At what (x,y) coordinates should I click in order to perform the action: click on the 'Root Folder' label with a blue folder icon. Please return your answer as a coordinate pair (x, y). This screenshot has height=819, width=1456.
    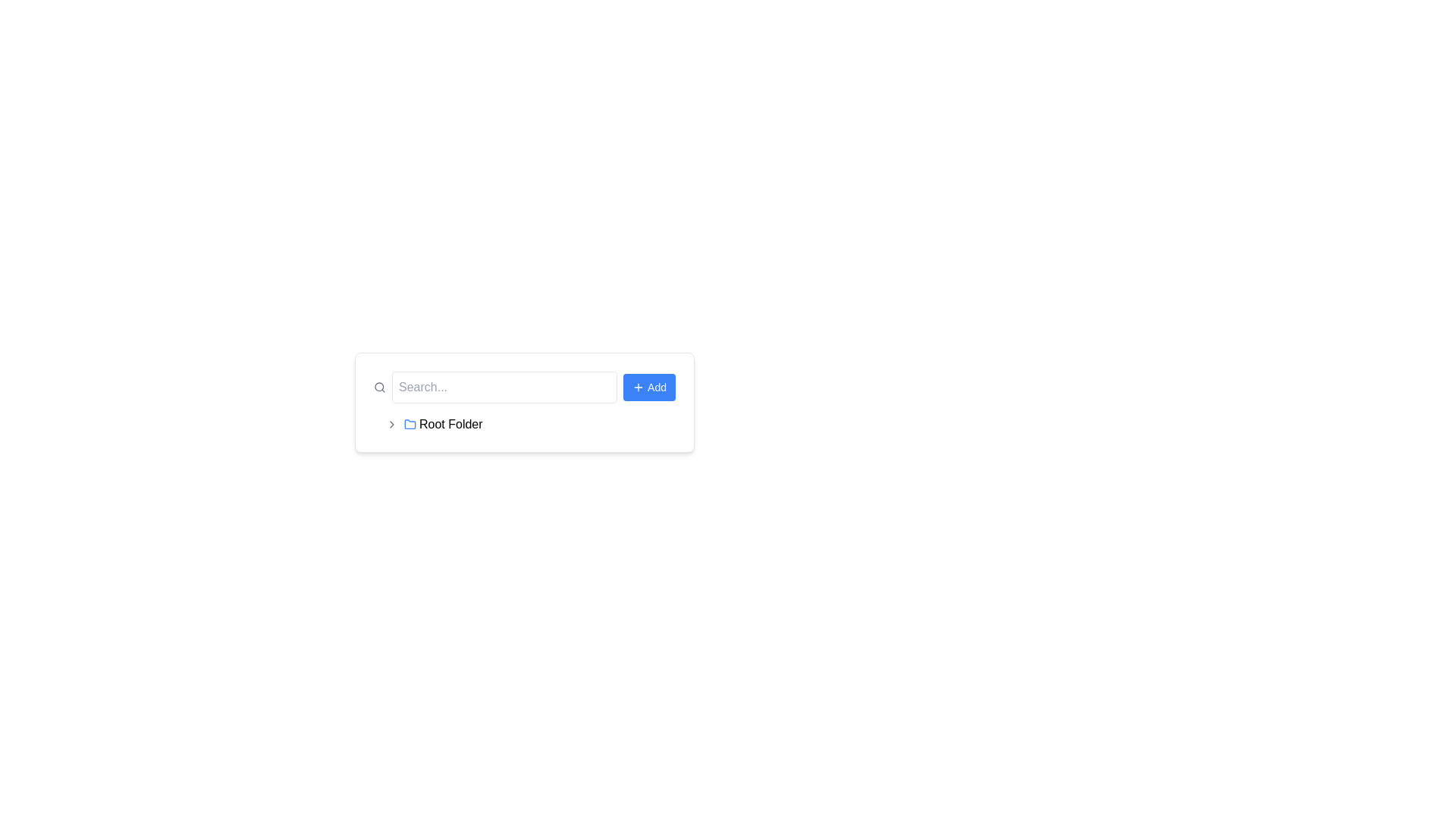
    Looking at the image, I should click on (442, 424).